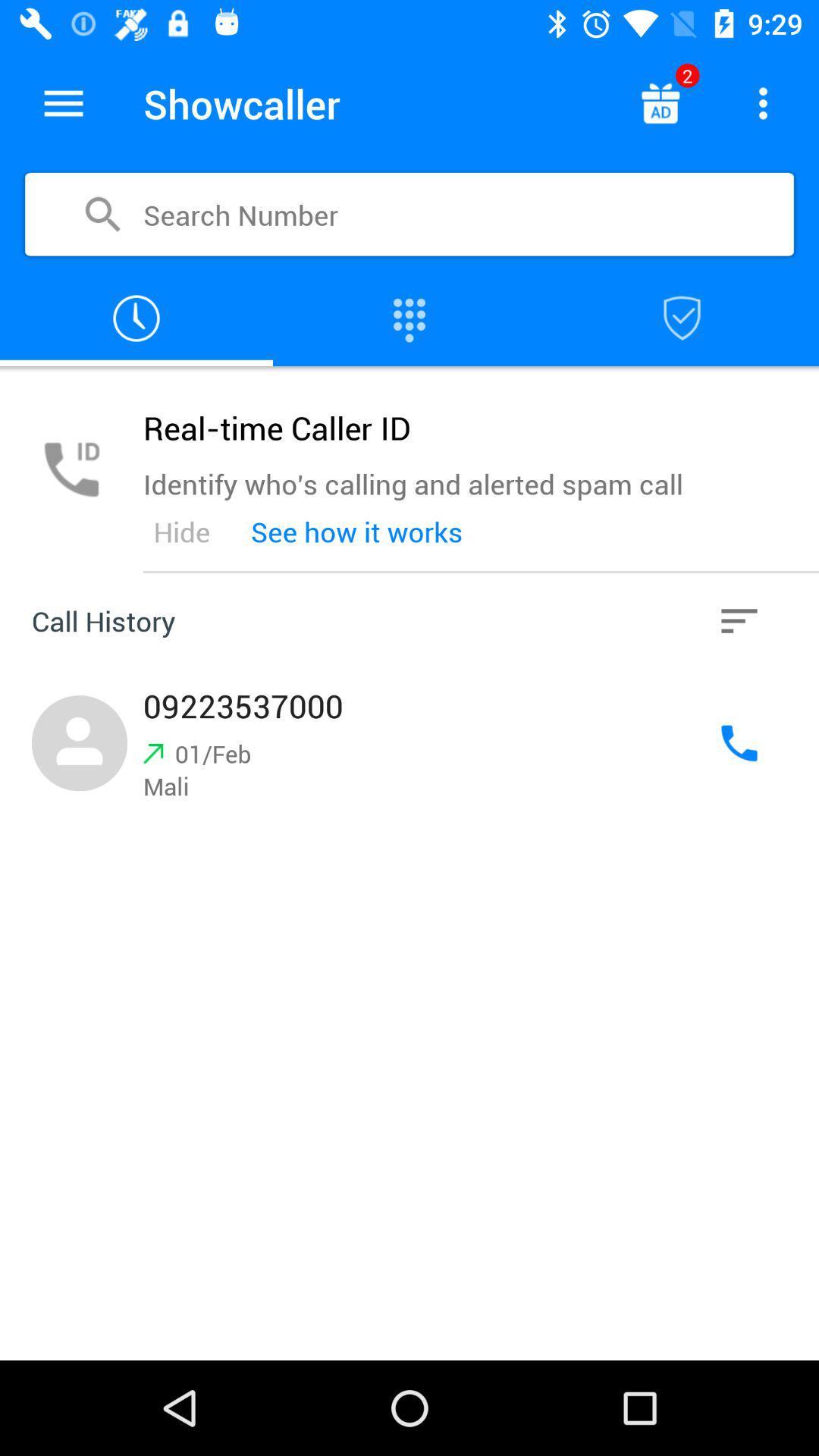 This screenshot has height=1456, width=819. Describe the element at coordinates (681, 318) in the screenshot. I see `show blocklist` at that location.